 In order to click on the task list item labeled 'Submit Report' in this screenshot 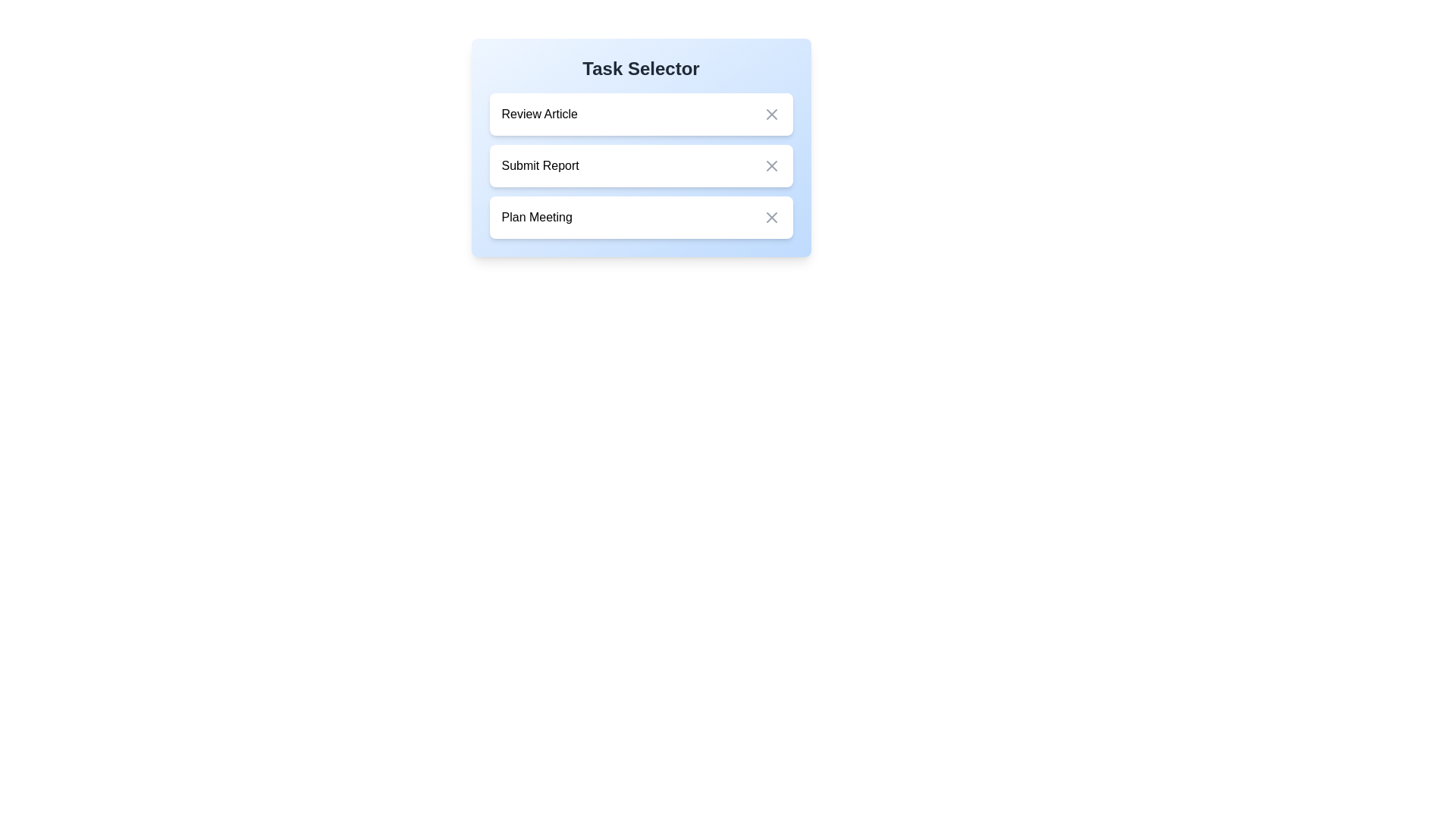, I will do `click(641, 166)`.